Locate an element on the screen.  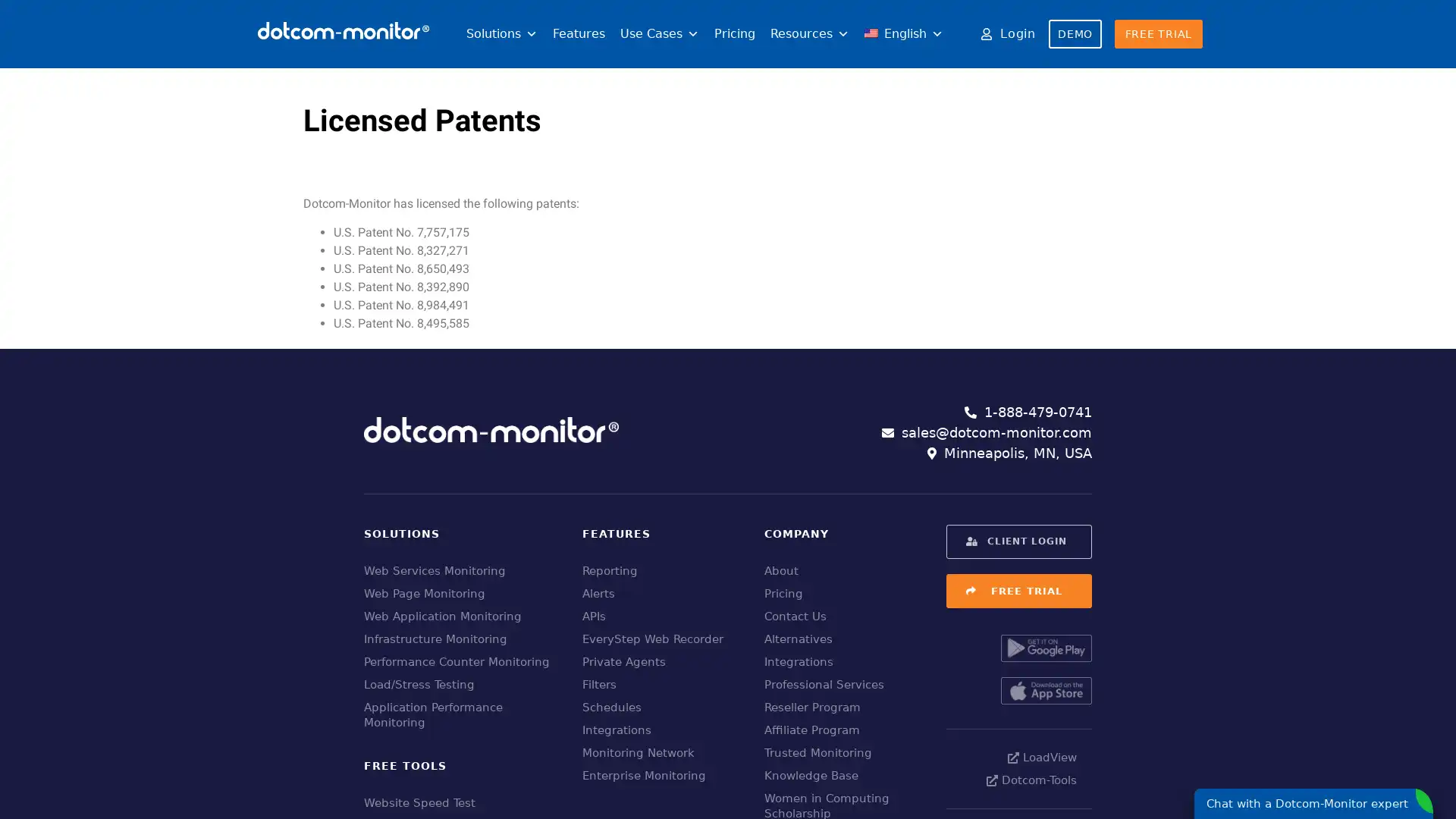
FREE TRIAL is located at coordinates (1157, 34).